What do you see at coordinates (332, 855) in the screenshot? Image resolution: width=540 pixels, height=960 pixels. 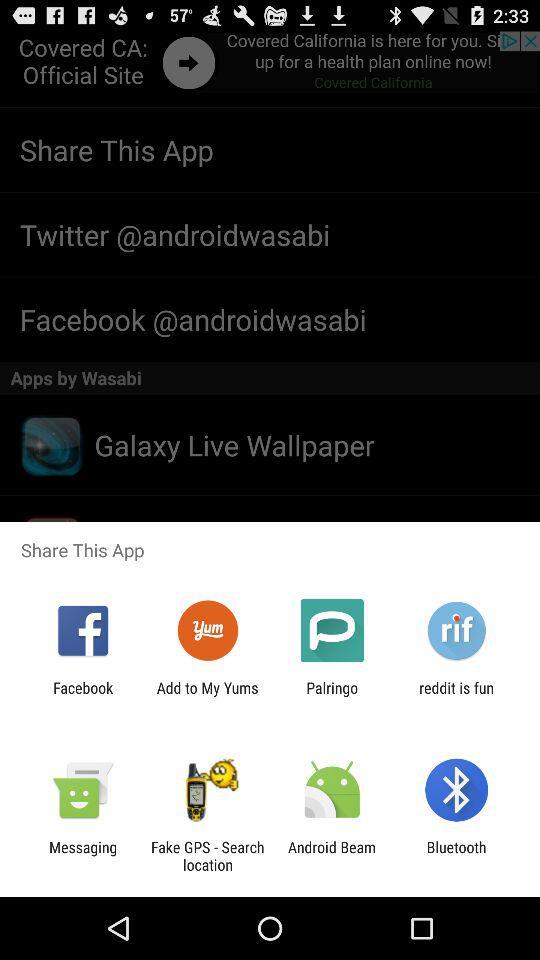 I see `item to the right of fake gps search icon` at bounding box center [332, 855].